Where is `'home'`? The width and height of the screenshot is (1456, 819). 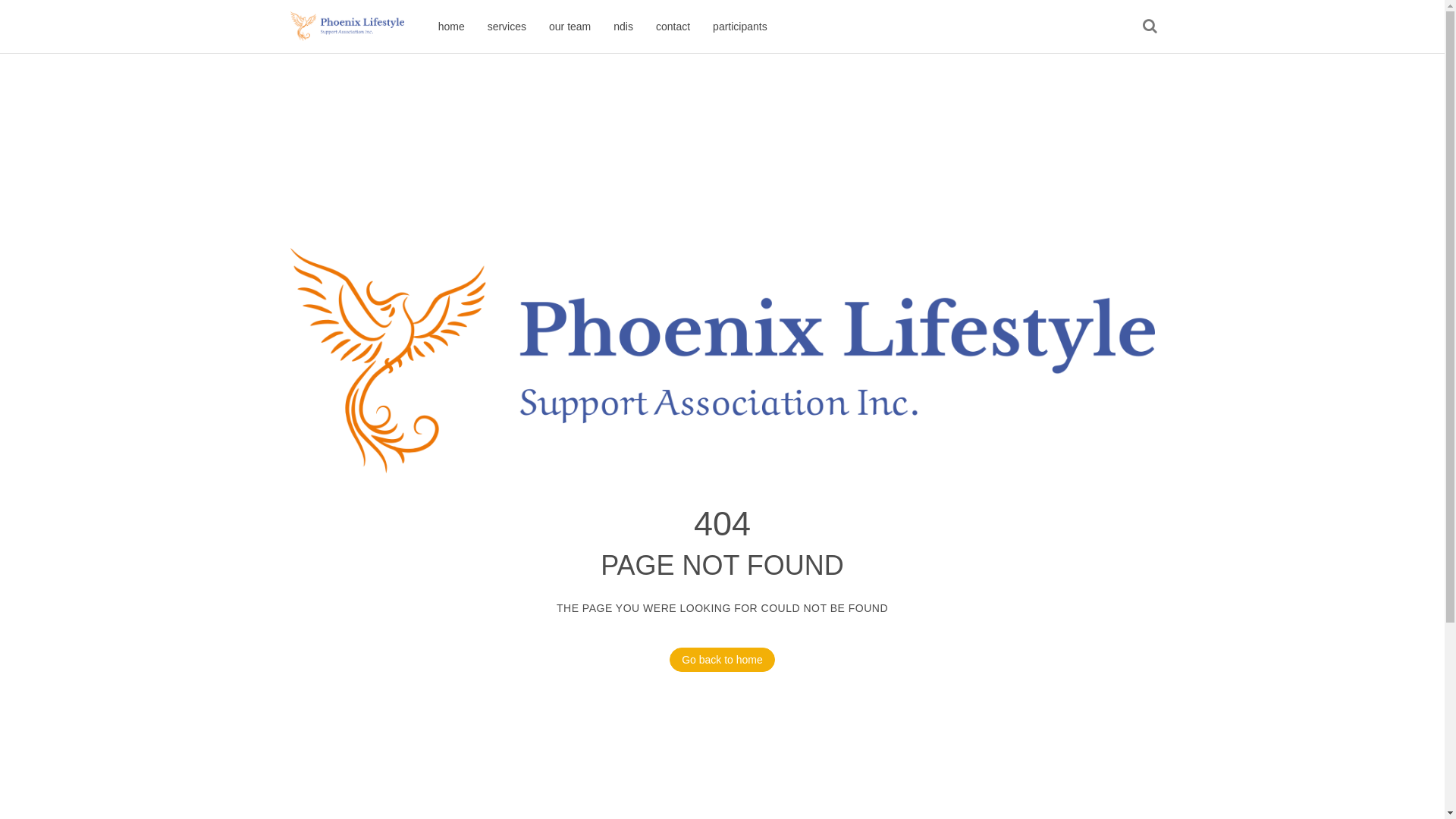
'home' is located at coordinates (425, 26).